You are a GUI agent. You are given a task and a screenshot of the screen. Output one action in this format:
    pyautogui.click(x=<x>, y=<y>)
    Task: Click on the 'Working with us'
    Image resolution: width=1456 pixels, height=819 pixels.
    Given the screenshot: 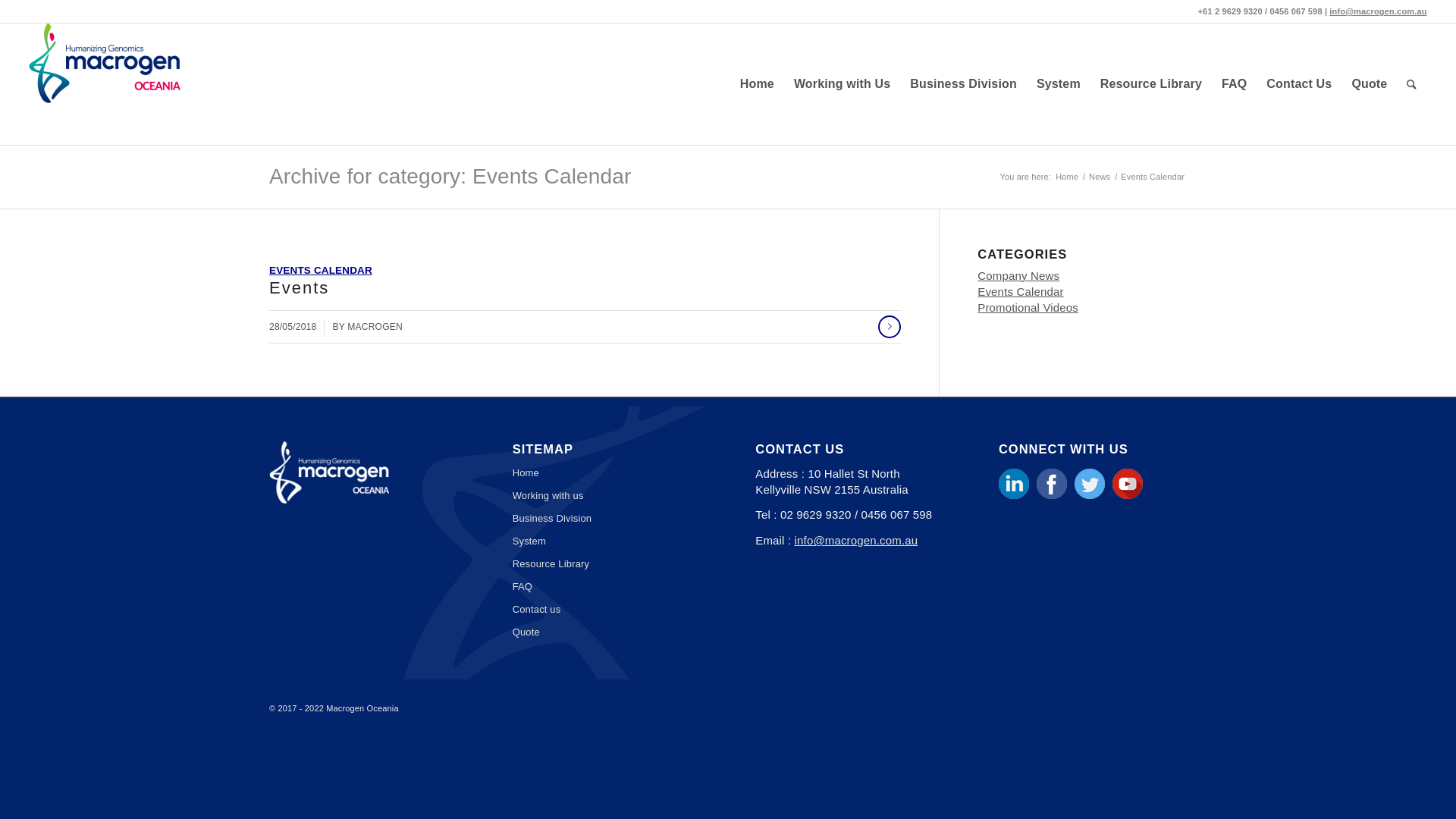 What is the action you would take?
    pyautogui.click(x=607, y=496)
    